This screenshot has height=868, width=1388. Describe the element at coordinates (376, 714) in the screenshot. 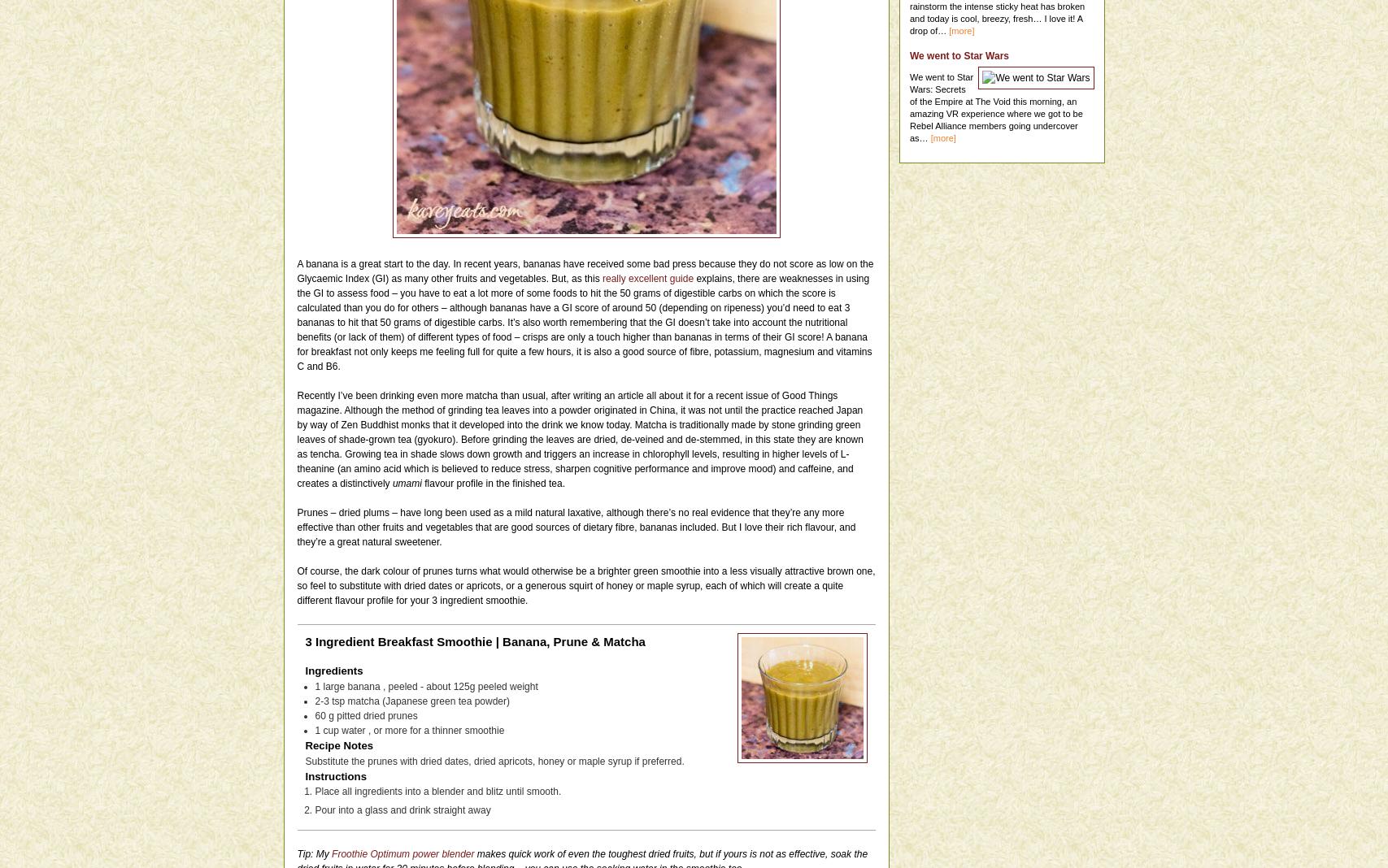

I see `'pitted dried prunes'` at that location.